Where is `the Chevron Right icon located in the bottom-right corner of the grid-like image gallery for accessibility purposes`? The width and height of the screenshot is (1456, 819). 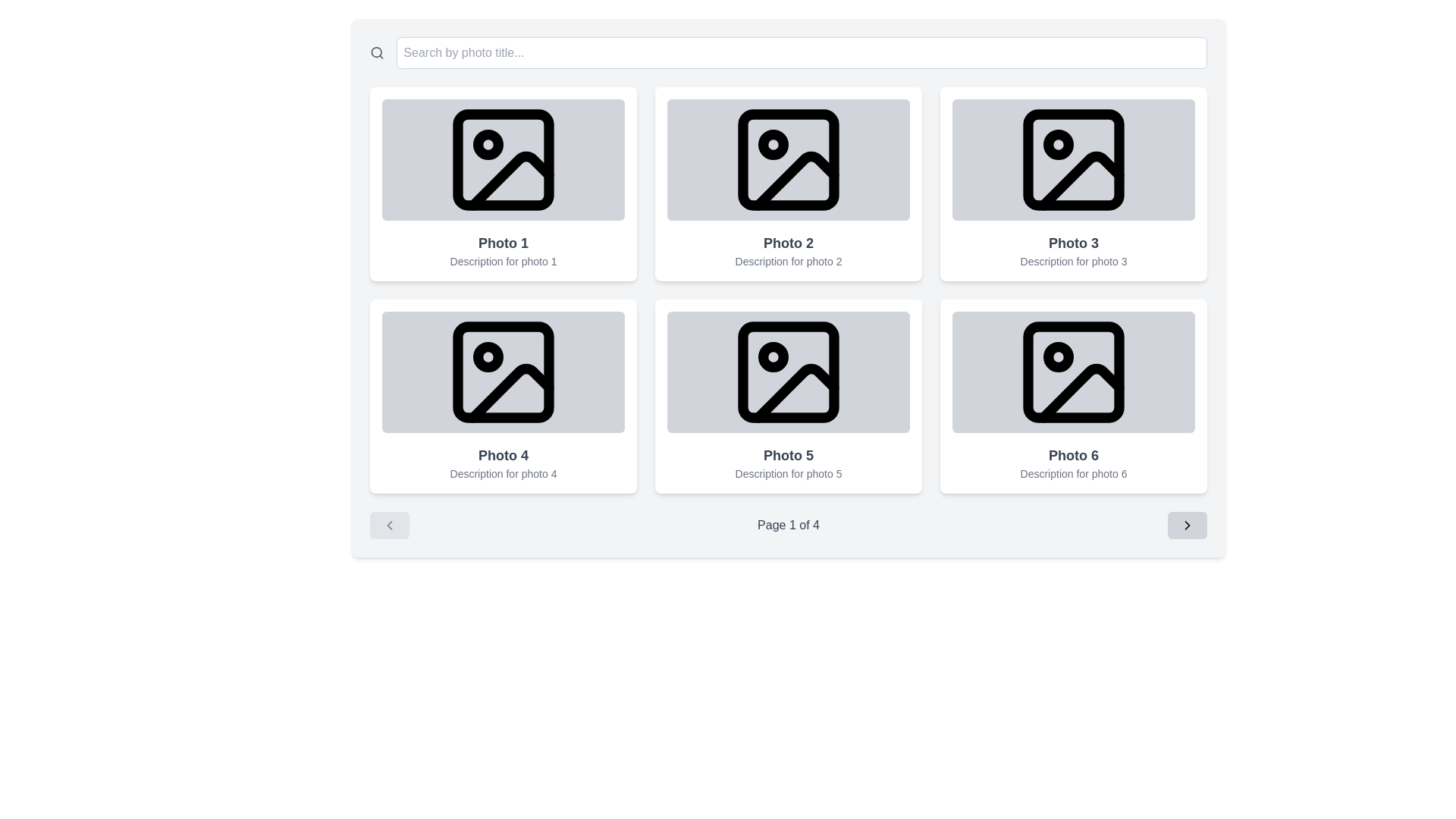
the Chevron Right icon located in the bottom-right corner of the grid-like image gallery for accessibility purposes is located at coordinates (1186, 525).